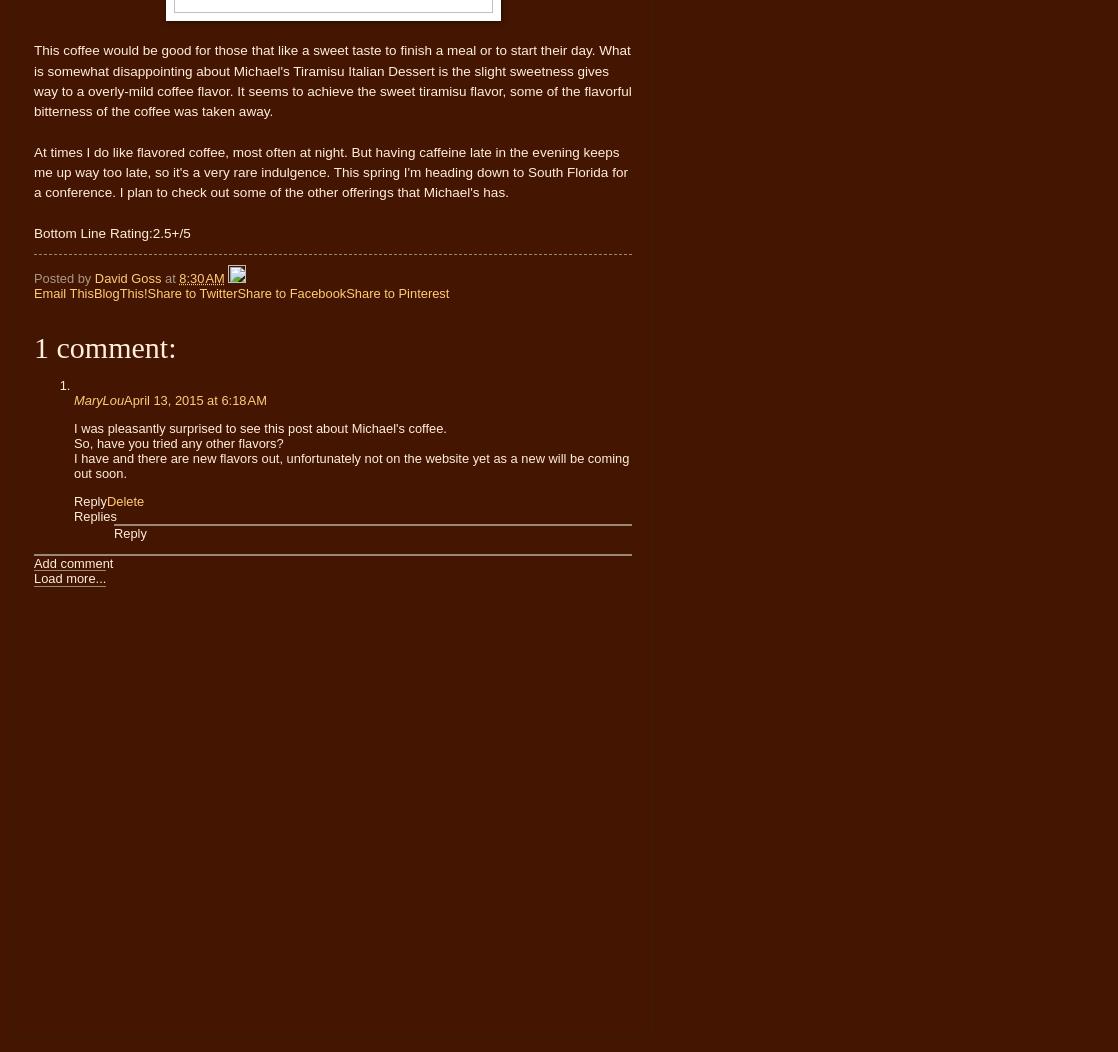 This screenshot has height=1052, width=1118. What do you see at coordinates (124, 499) in the screenshot?
I see `'Delete'` at bounding box center [124, 499].